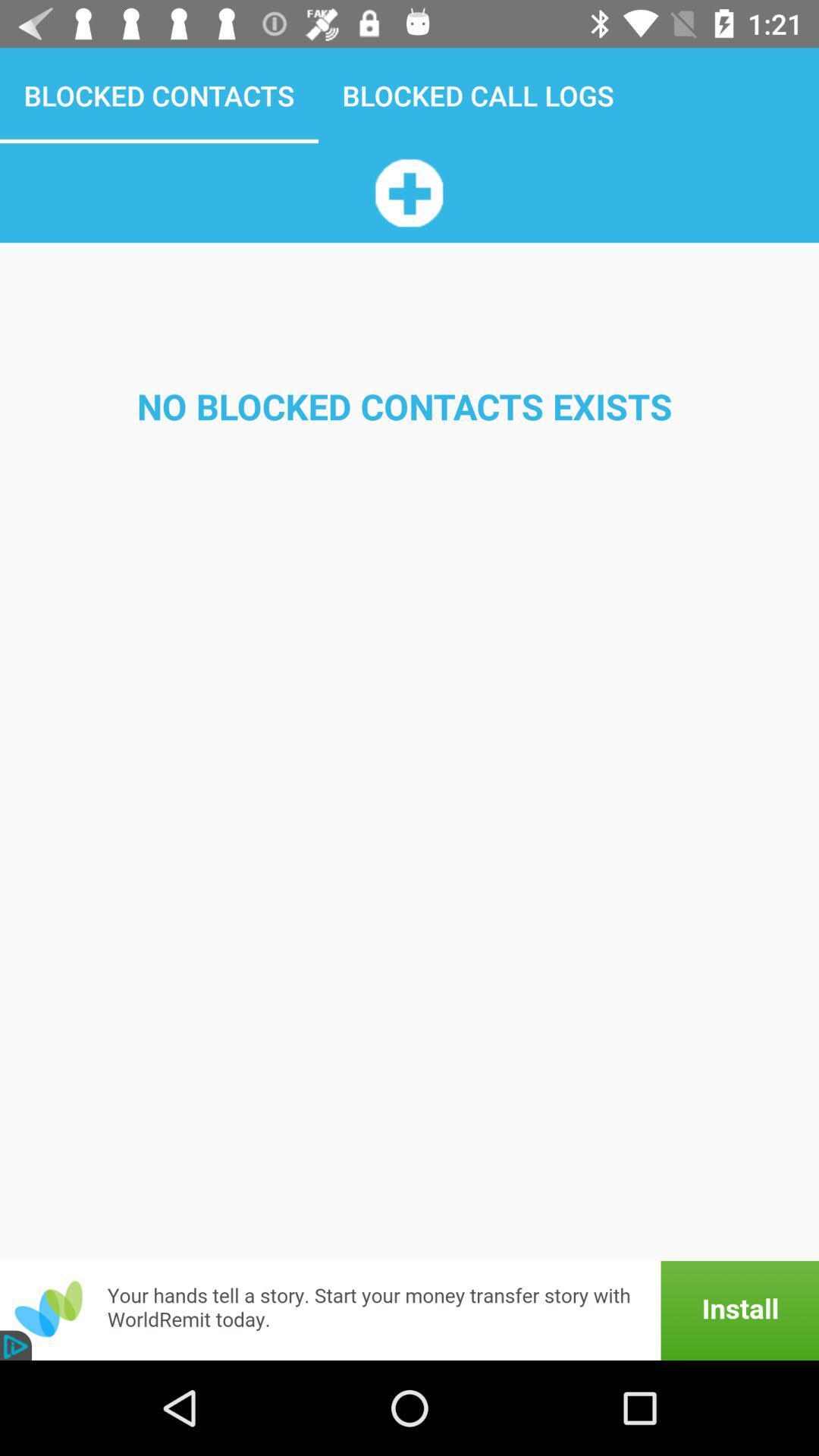 This screenshot has height=1456, width=819. What do you see at coordinates (409, 1310) in the screenshot?
I see `advertisement` at bounding box center [409, 1310].